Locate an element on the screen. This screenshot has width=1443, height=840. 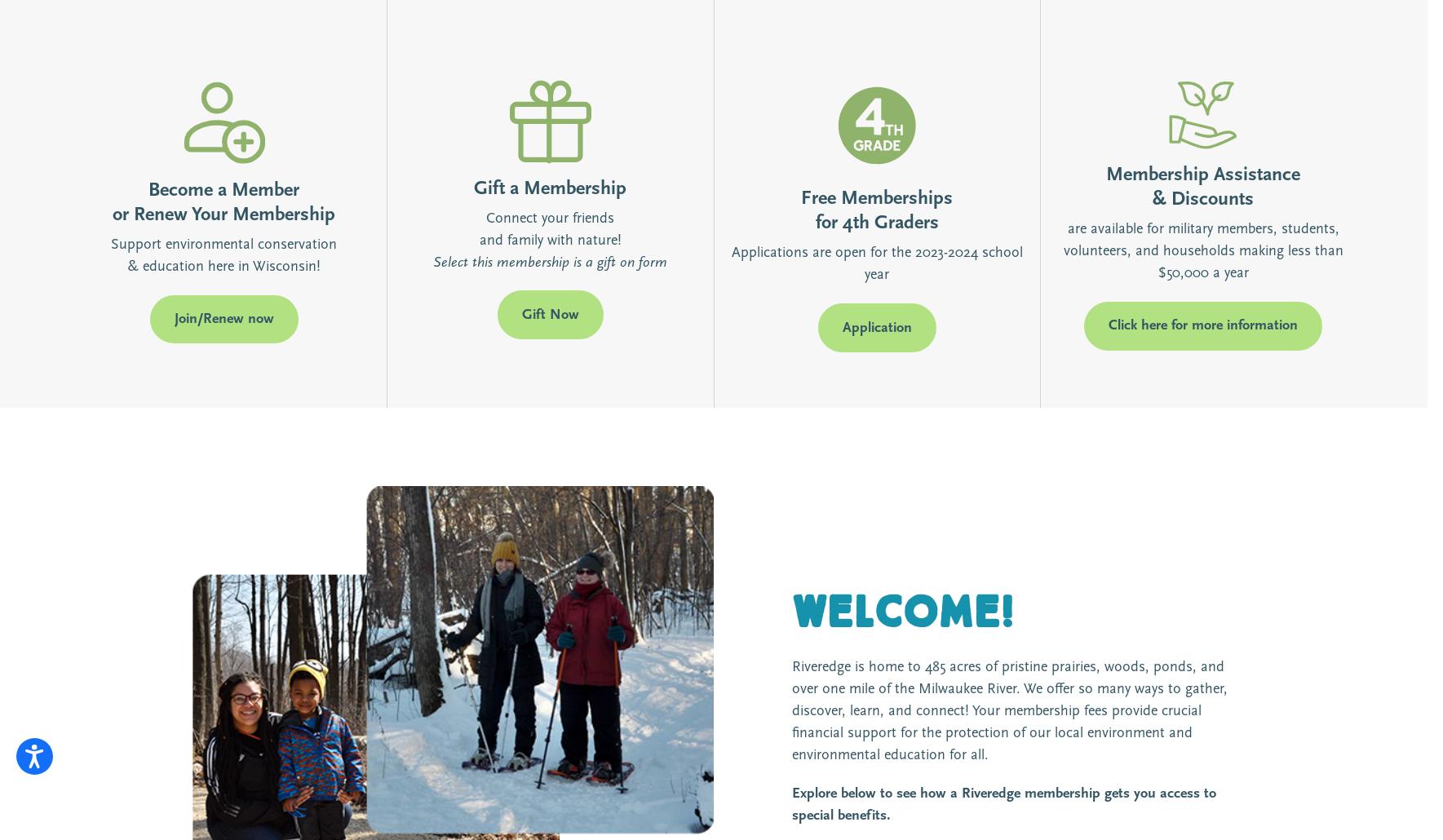
'Membership Assistance' is located at coordinates (1105, 175).